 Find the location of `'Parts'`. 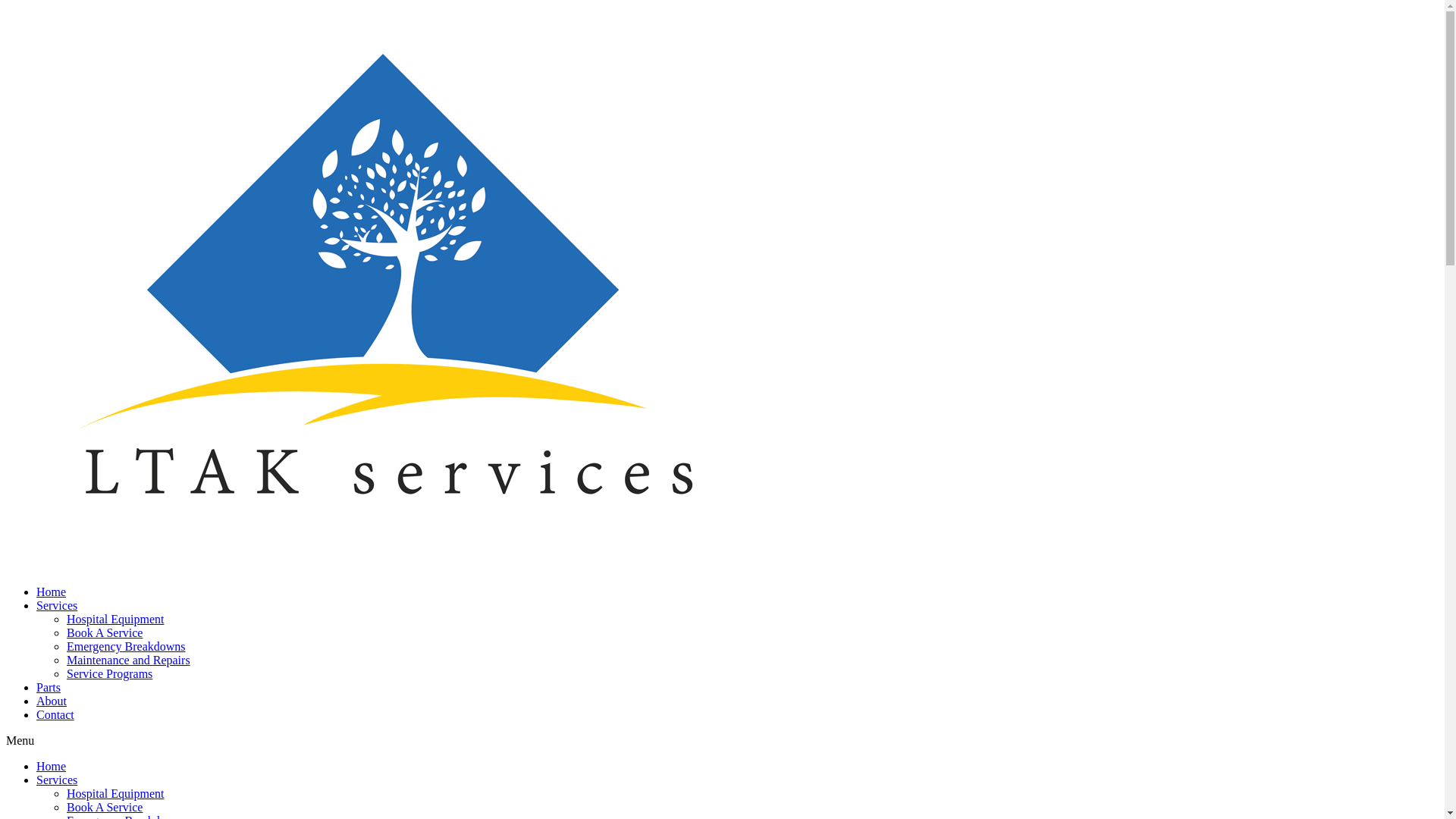

'Parts' is located at coordinates (48, 687).